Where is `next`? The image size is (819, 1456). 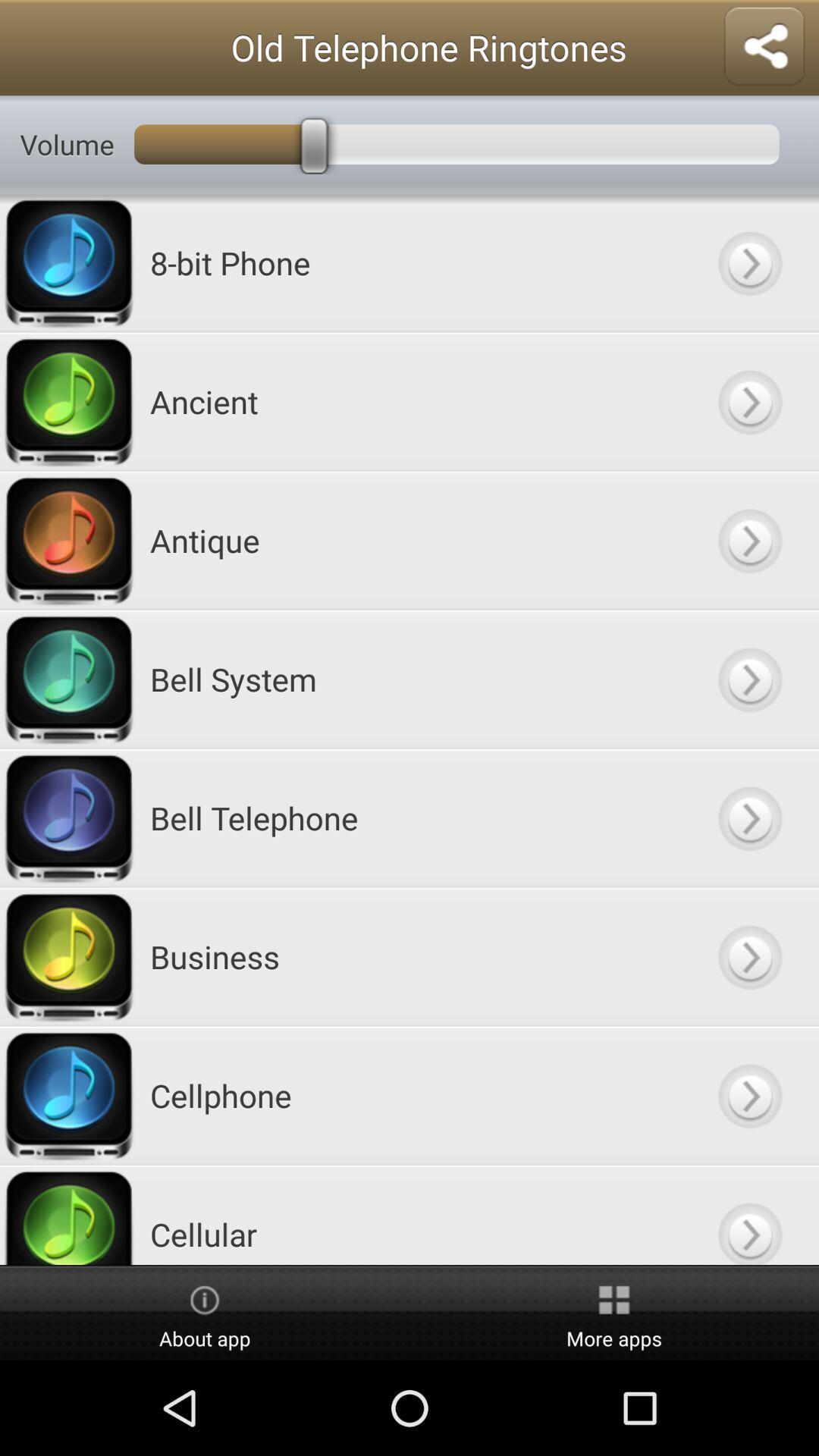
next is located at coordinates (748, 1095).